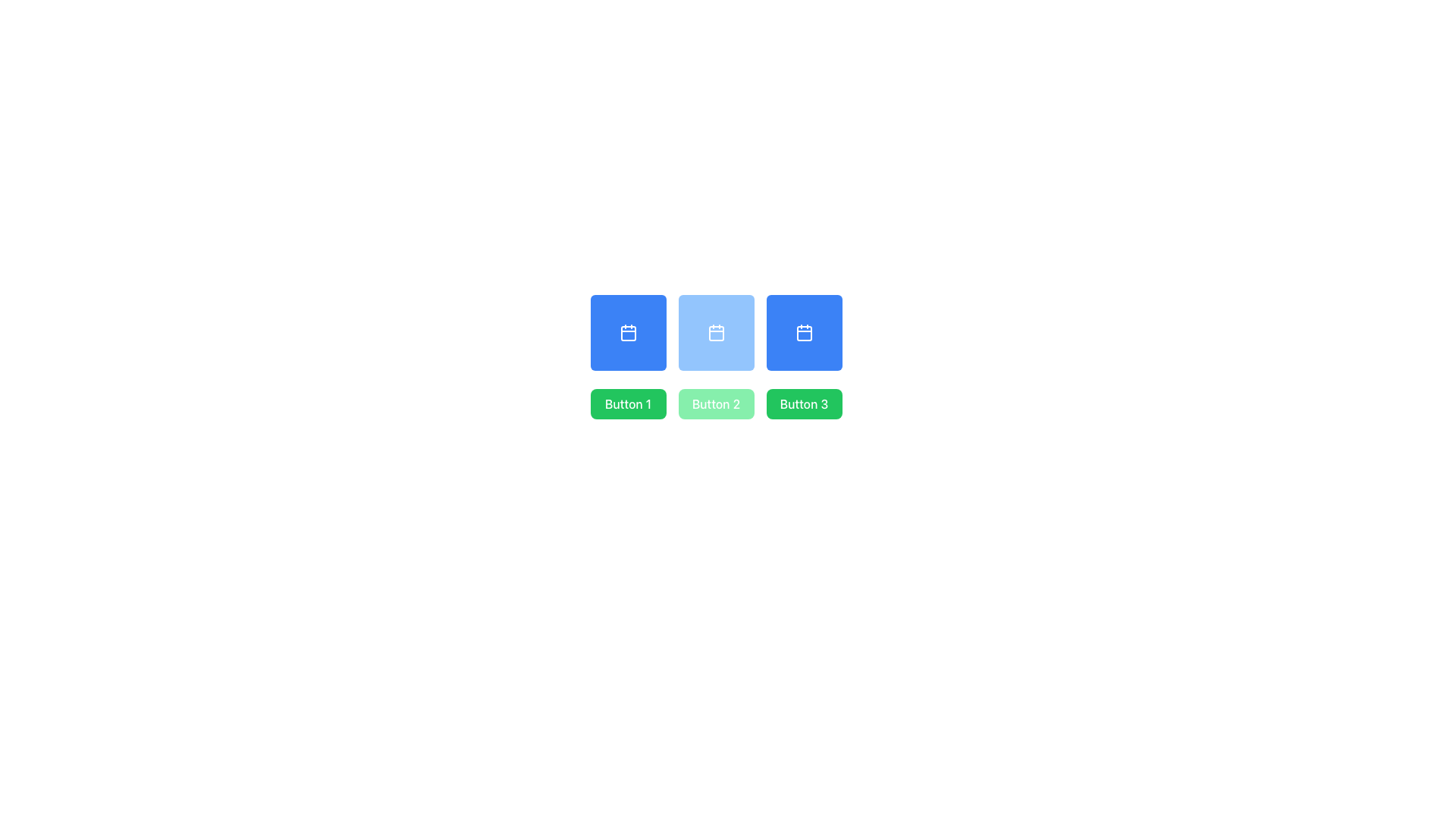 Image resolution: width=1456 pixels, height=819 pixels. What do you see at coordinates (803, 403) in the screenshot?
I see `the rectangular button labeled 'Button 3' with a green background to observe the color change` at bounding box center [803, 403].